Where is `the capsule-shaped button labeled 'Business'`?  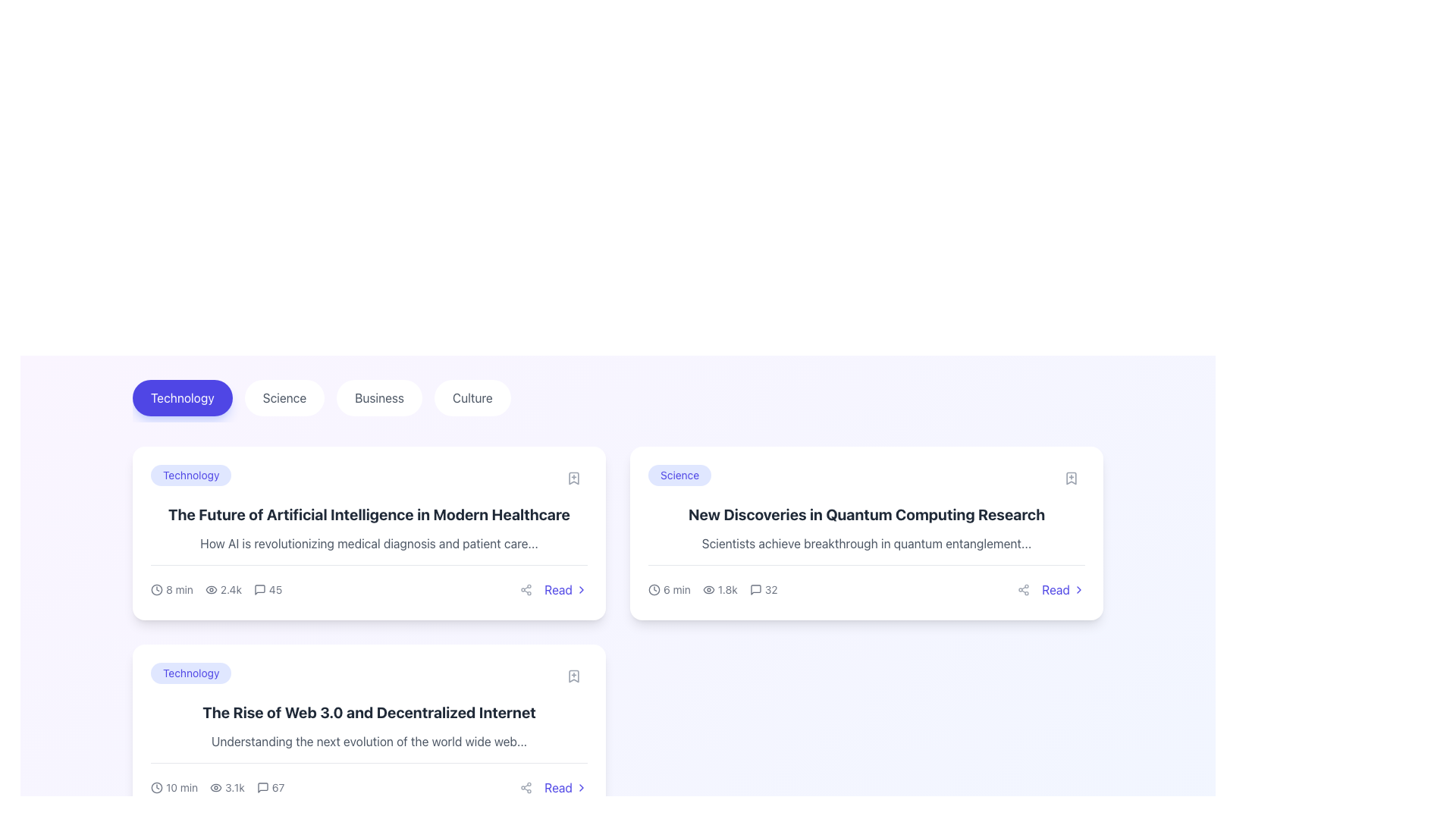 the capsule-shaped button labeled 'Business' is located at coordinates (379, 397).